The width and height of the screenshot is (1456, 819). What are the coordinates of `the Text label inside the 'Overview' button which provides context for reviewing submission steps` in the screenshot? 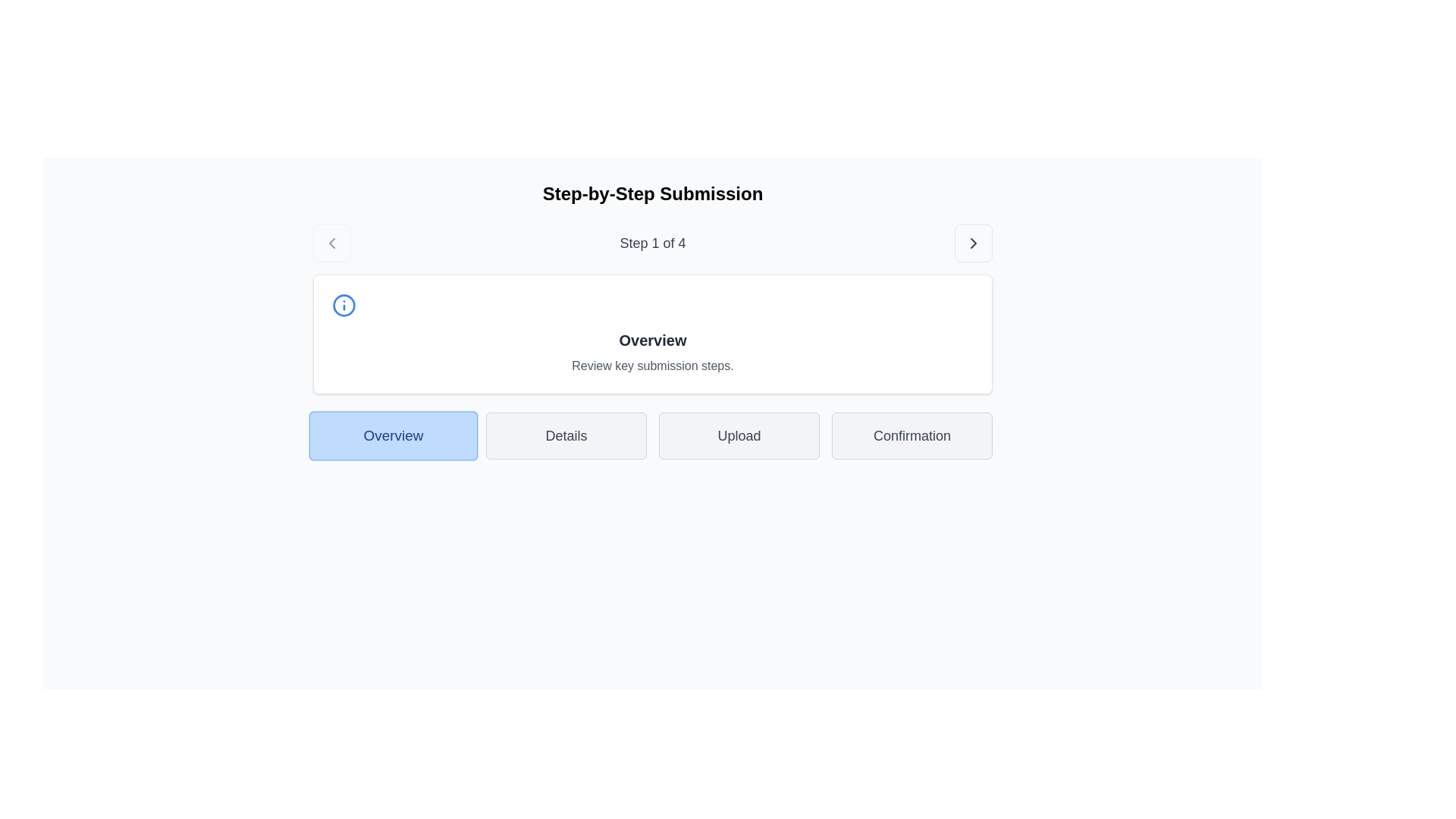 It's located at (393, 435).